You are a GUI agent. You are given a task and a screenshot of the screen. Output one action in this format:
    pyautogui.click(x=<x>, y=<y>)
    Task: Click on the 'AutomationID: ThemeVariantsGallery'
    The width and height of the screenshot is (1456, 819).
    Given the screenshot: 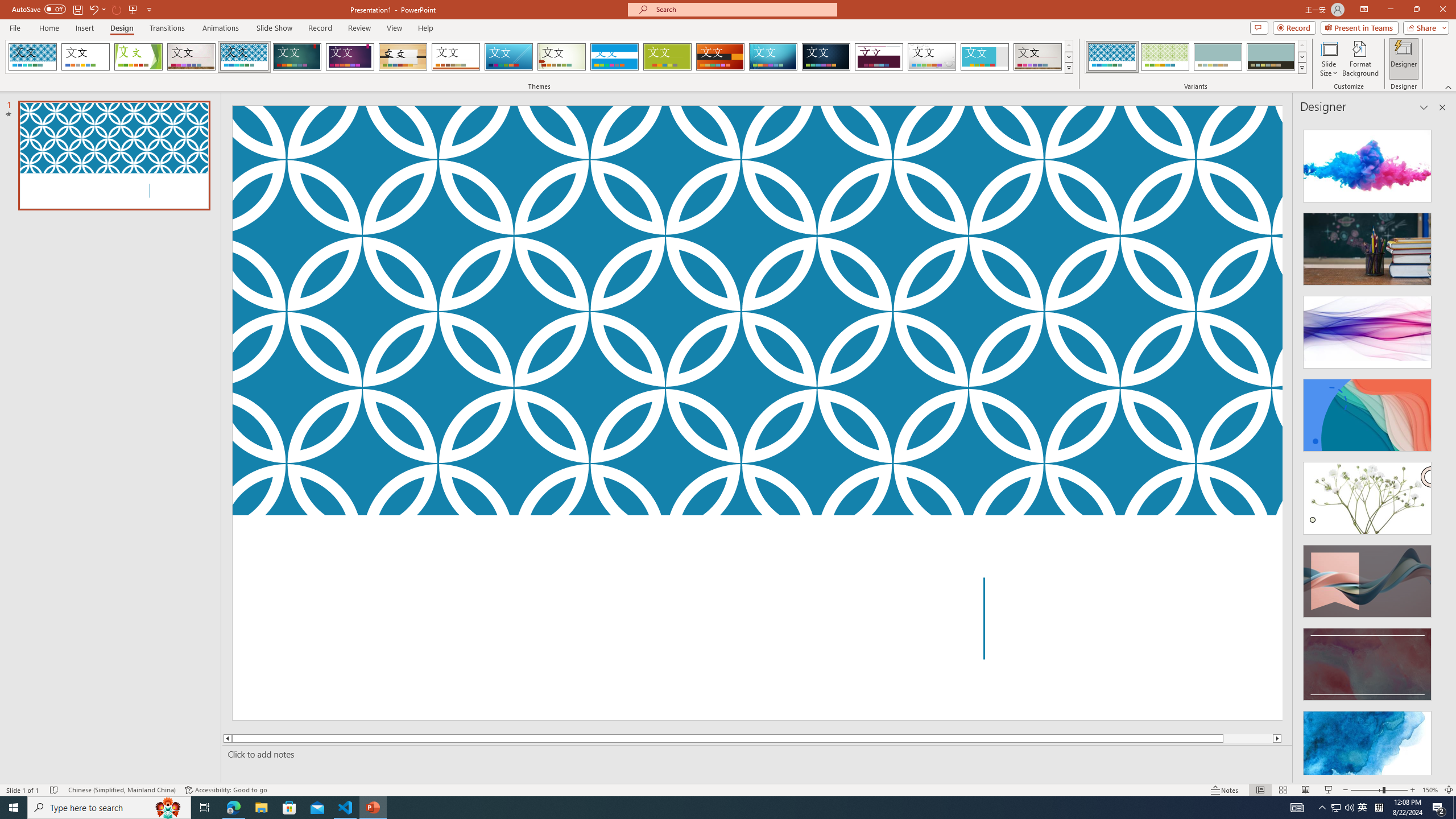 What is the action you would take?
    pyautogui.click(x=1196, y=56)
    